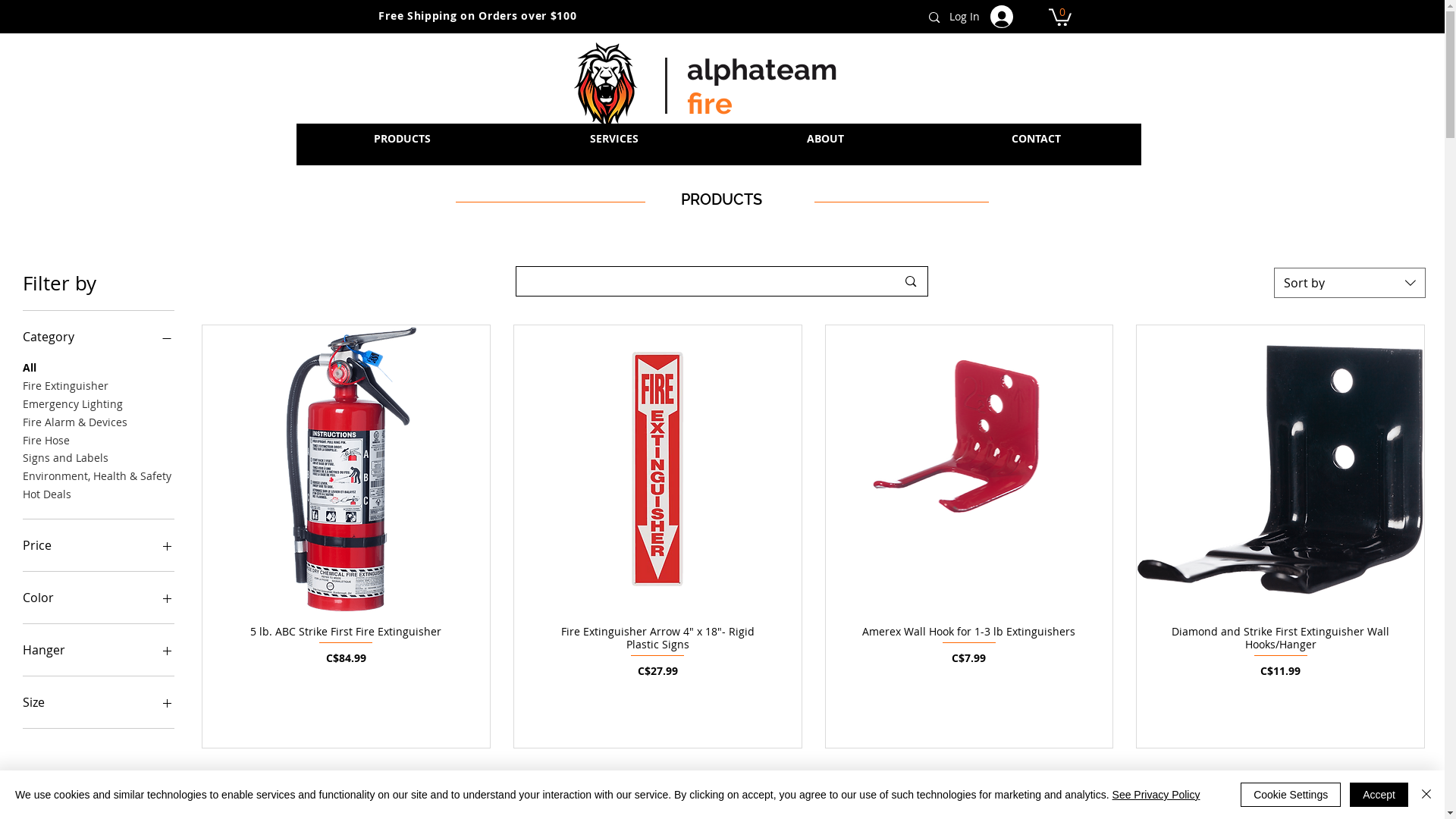 Image resolution: width=1456 pixels, height=819 pixels. Describe the element at coordinates (823, 149) in the screenshot. I see `'ABOUT'` at that location.